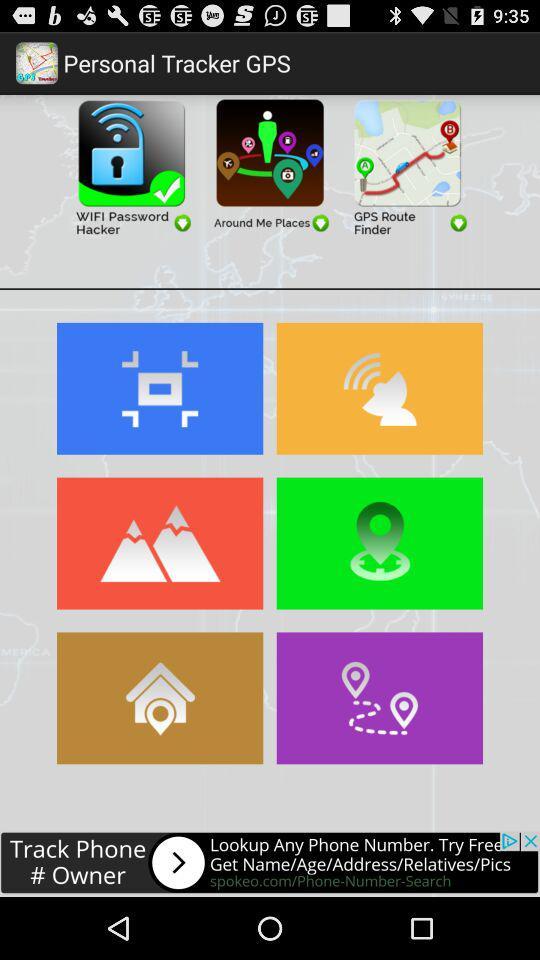 The width and height of the screenshot is (540, 960). Describe the element at coordinates (379, 543) in the screenshot. I see `the location` at that location.